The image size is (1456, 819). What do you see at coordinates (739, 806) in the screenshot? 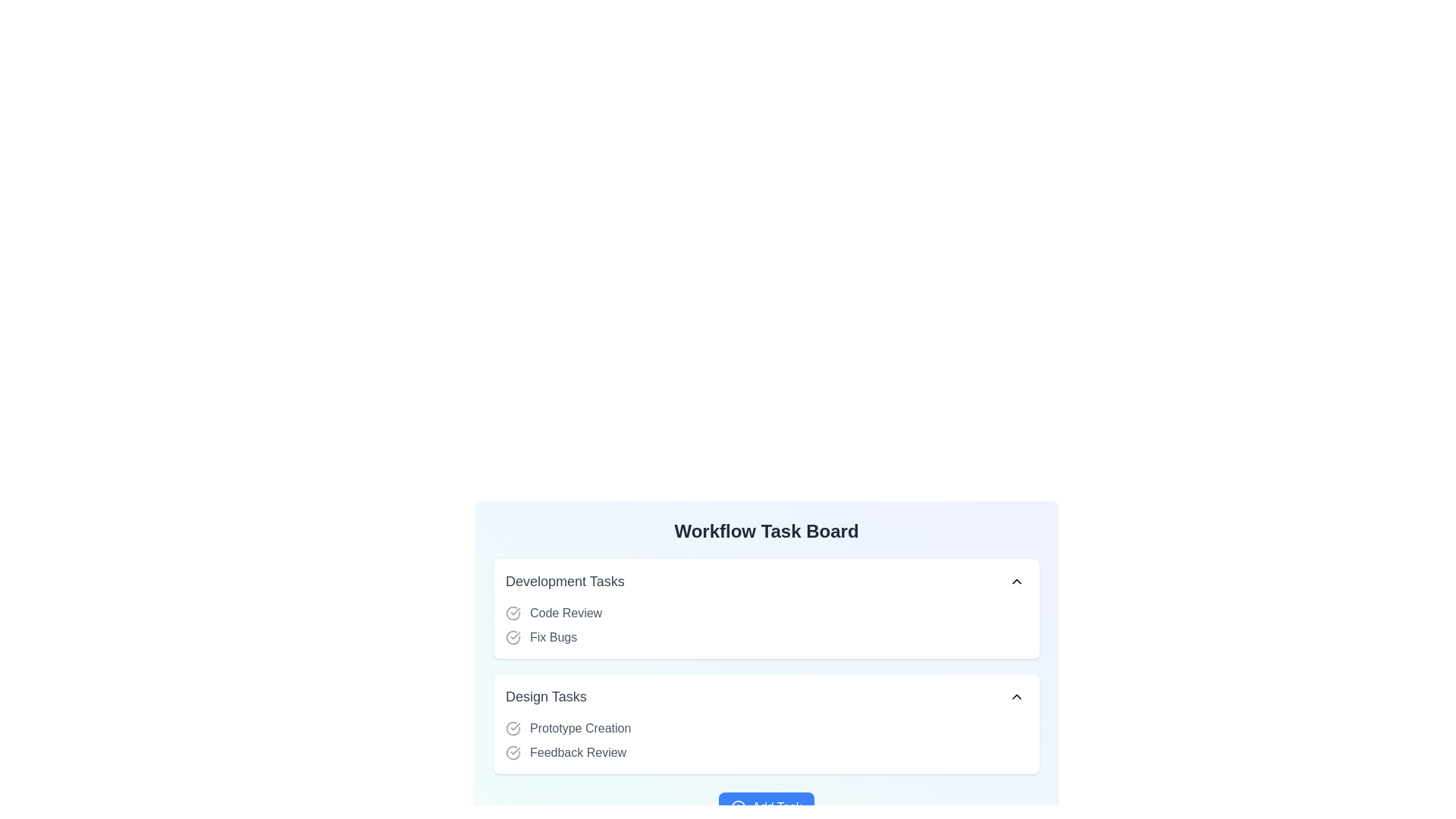
I see `the circular icon with a plus sign inside it, which is located to the left of the 'Add Task' button label` at bounding box center [739, 806].